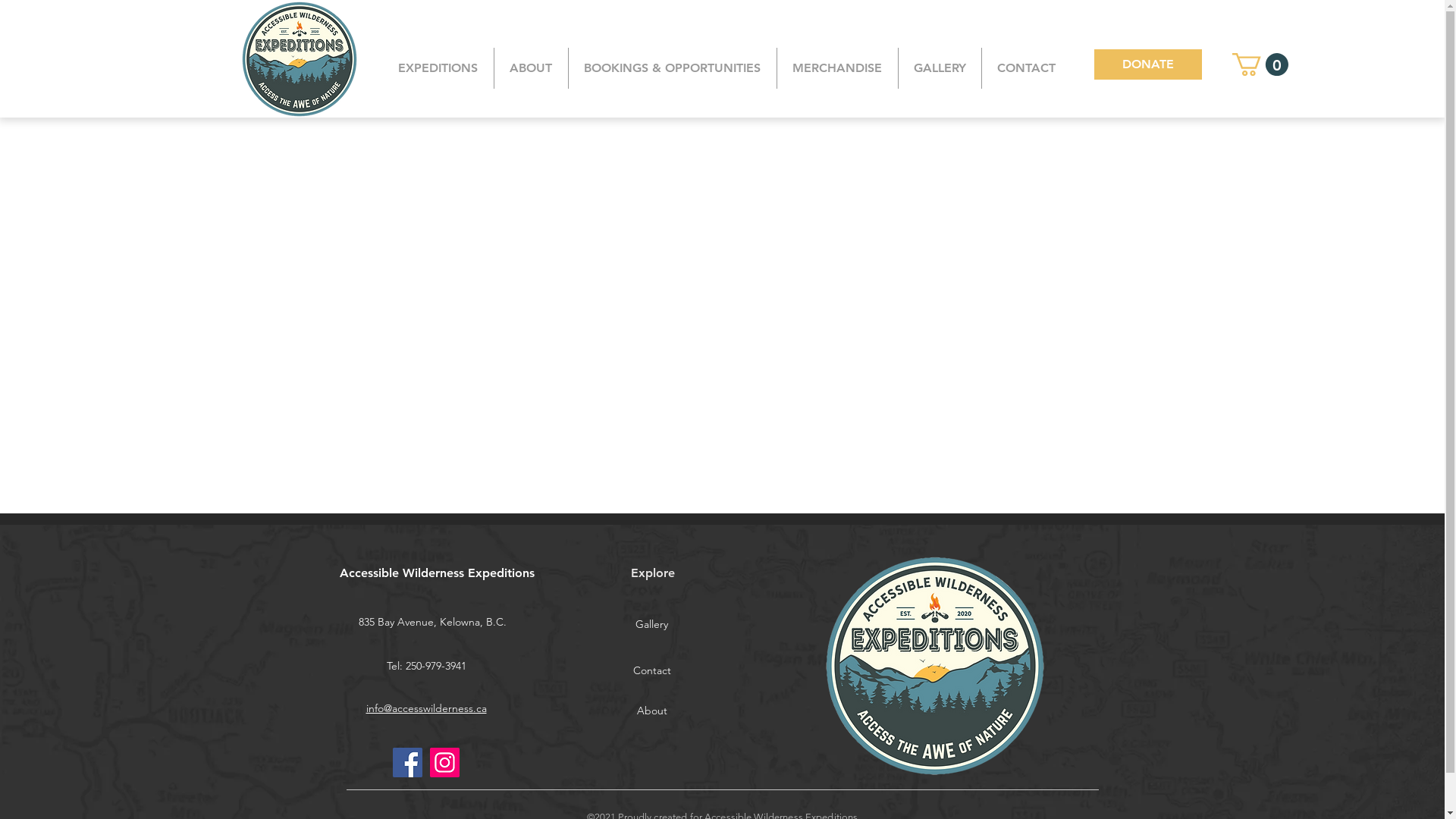 The width and height of the screenshot is (1456, 819). What do you see at coordinates (938, 67) in the screenshot?
I see `'GALLERY'` at bounding box center [938, 67].